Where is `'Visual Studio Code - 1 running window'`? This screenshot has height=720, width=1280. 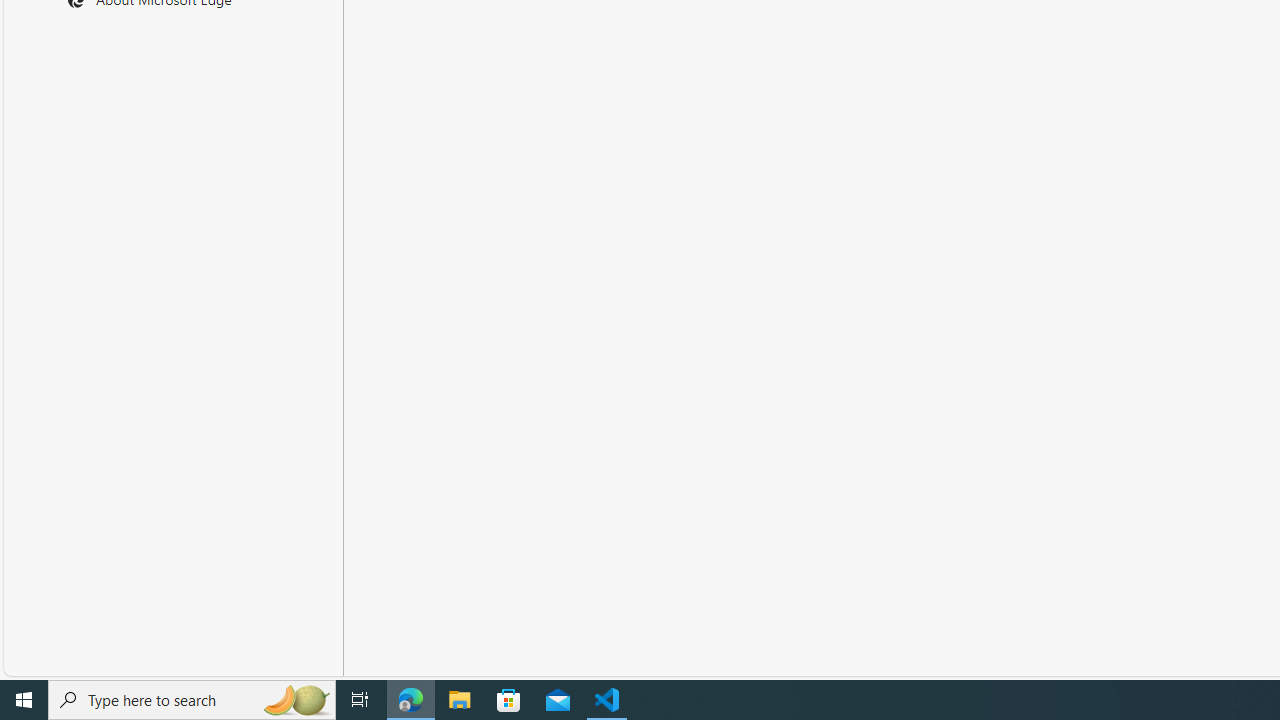 'Visual Studio Code - 1 running window' is located at coordinates (606, 698).